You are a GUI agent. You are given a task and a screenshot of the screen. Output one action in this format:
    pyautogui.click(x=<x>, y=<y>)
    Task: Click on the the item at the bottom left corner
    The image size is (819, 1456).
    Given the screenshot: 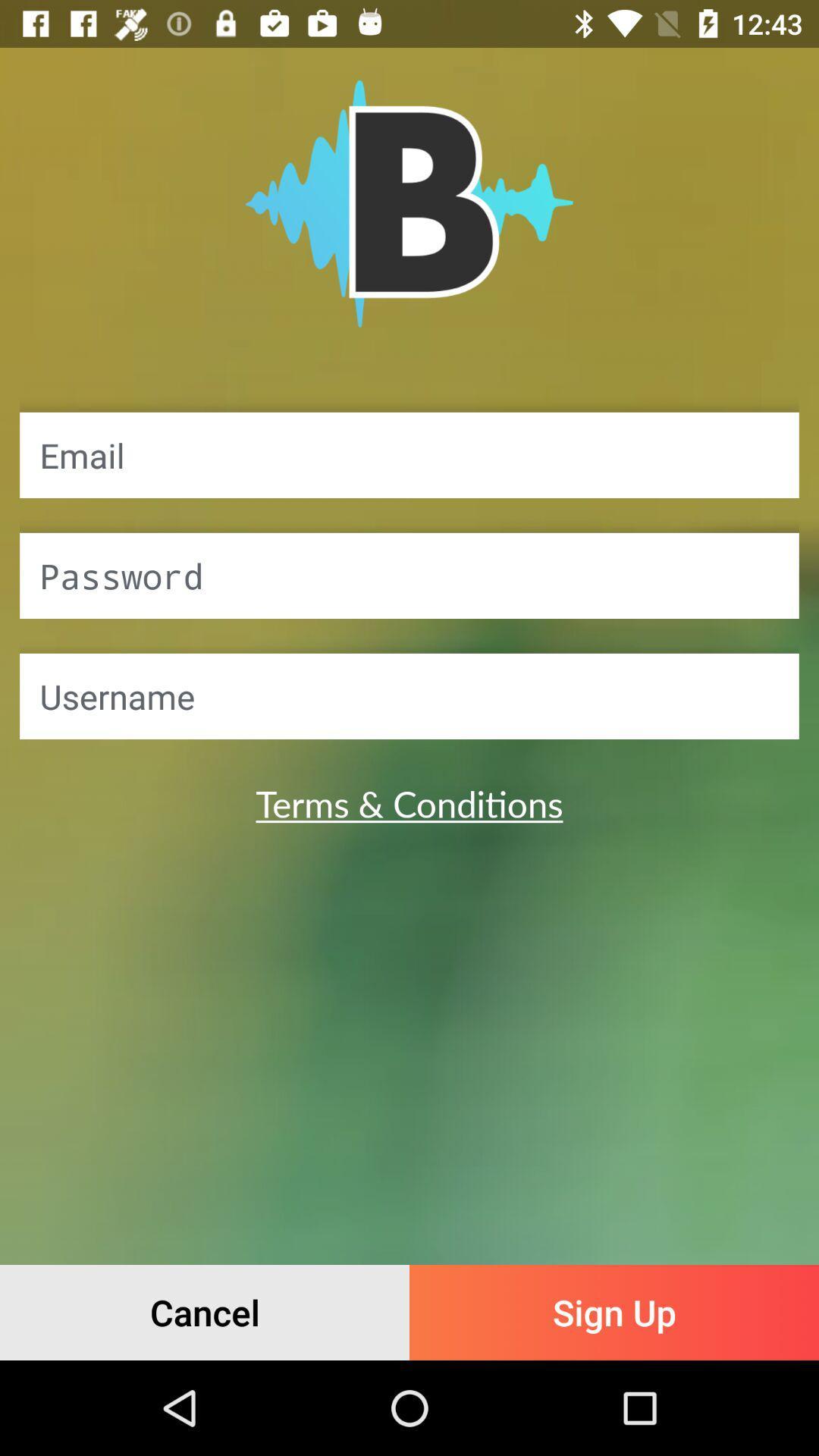 What is the action you would take?
    pyautogui.click(x=205, y=1312)
    